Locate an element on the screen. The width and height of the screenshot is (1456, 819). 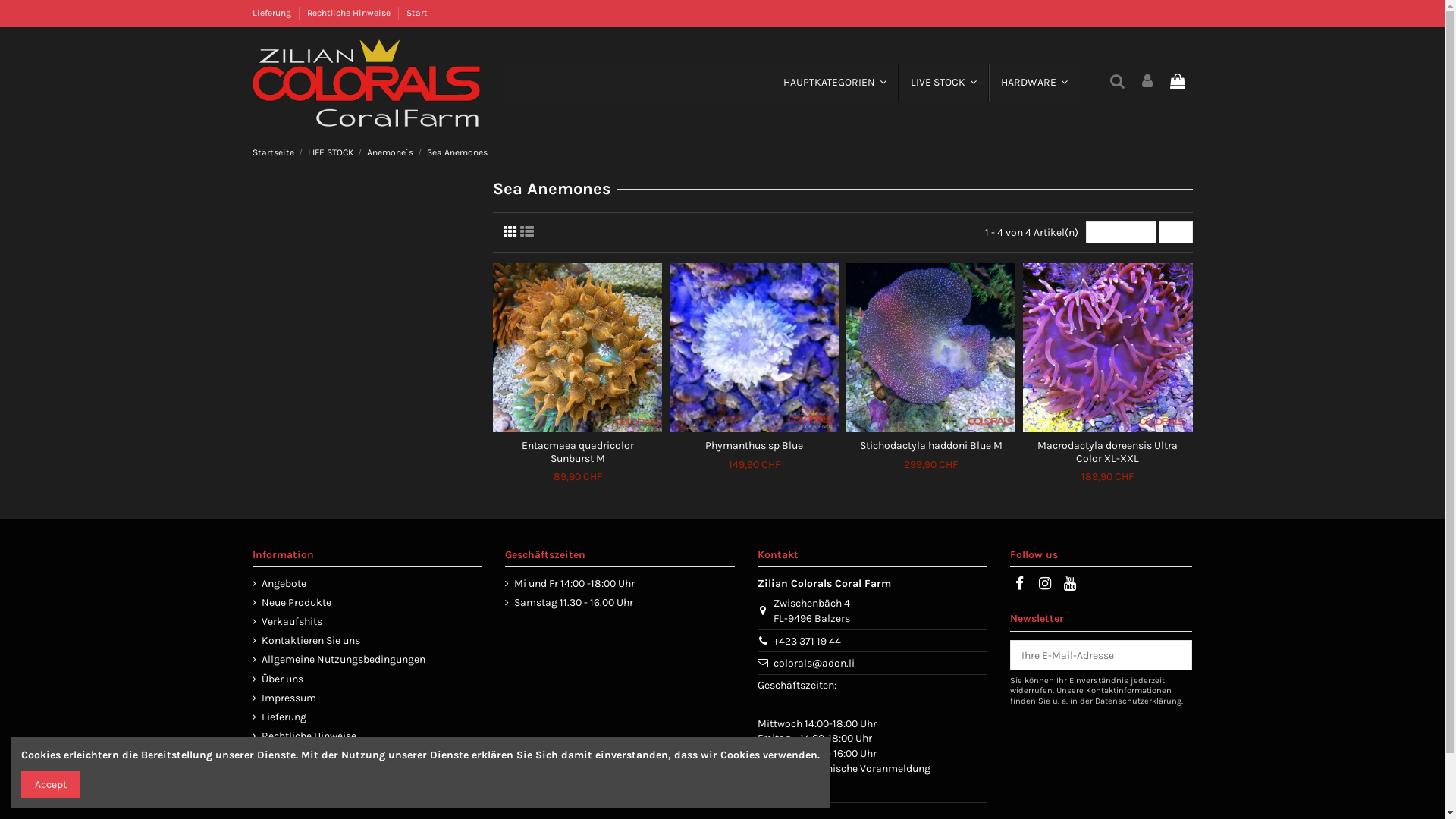
'Rechtliche Hinweise' is located at coordinates (251, 736).